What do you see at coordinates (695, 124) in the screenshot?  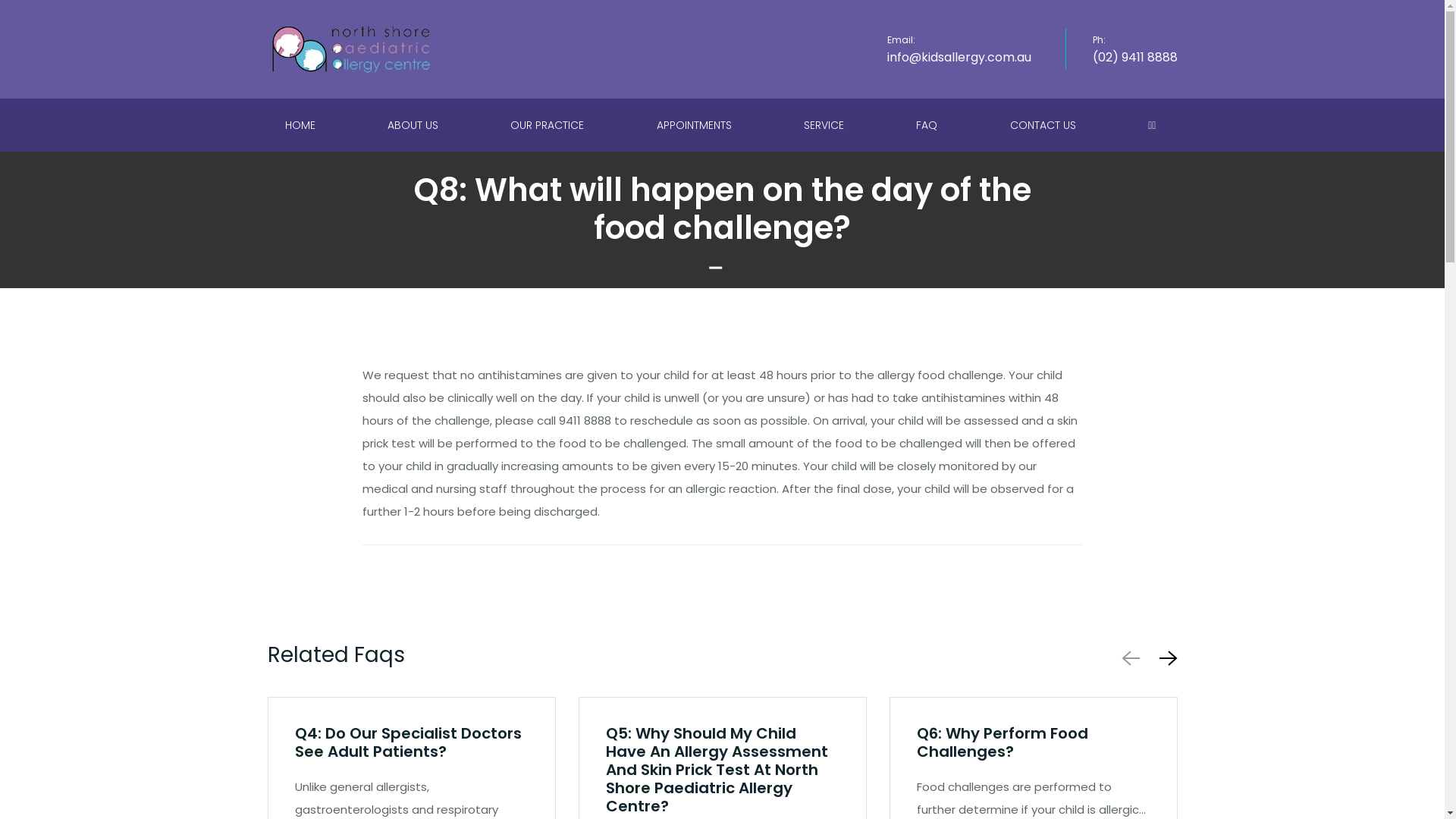 I see `'APPOINTMENTS'` at bounding box center [695, 124].